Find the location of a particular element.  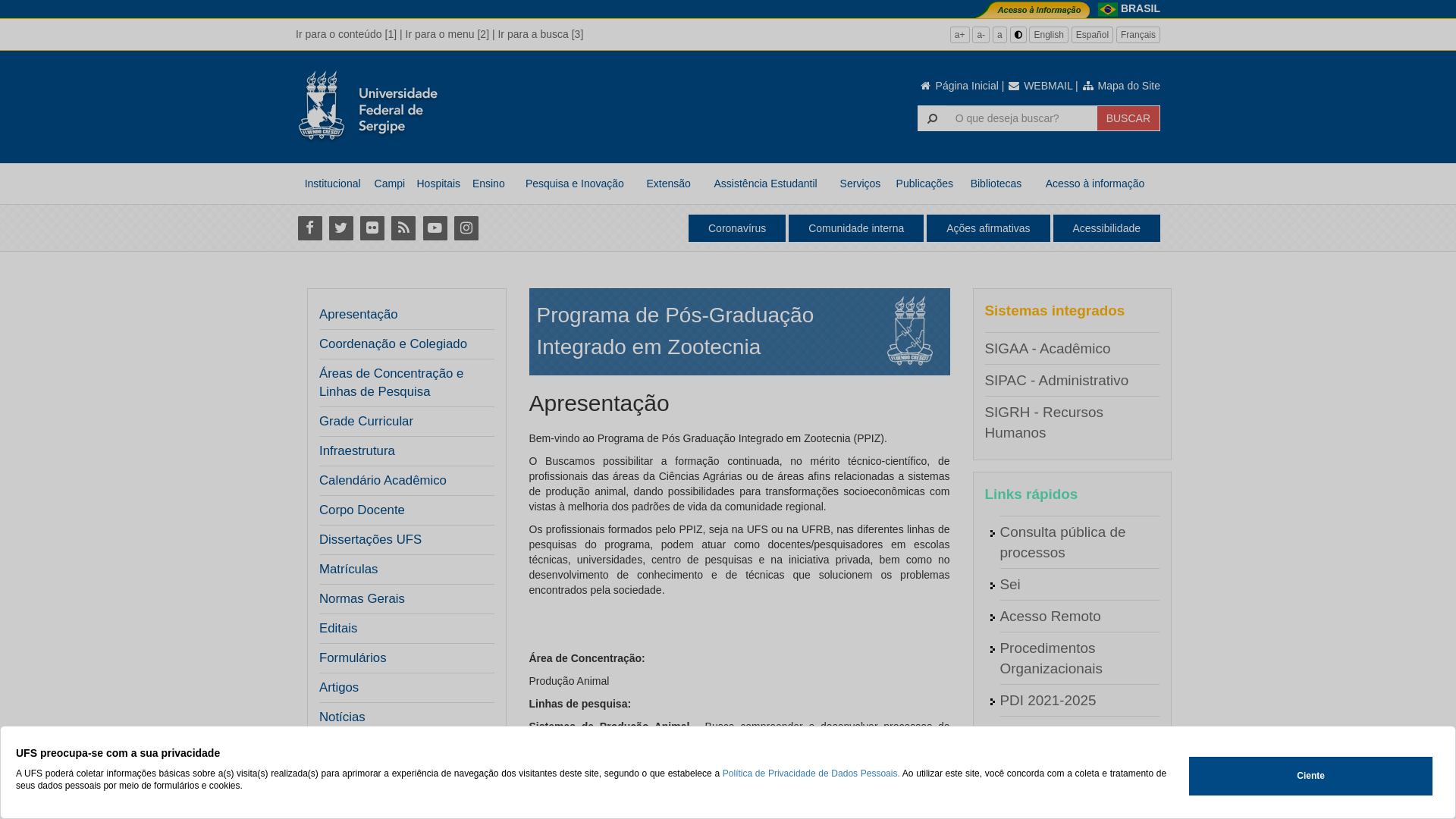

'Procedimentos Organizacionais' is located at coordinates (1050, 657).